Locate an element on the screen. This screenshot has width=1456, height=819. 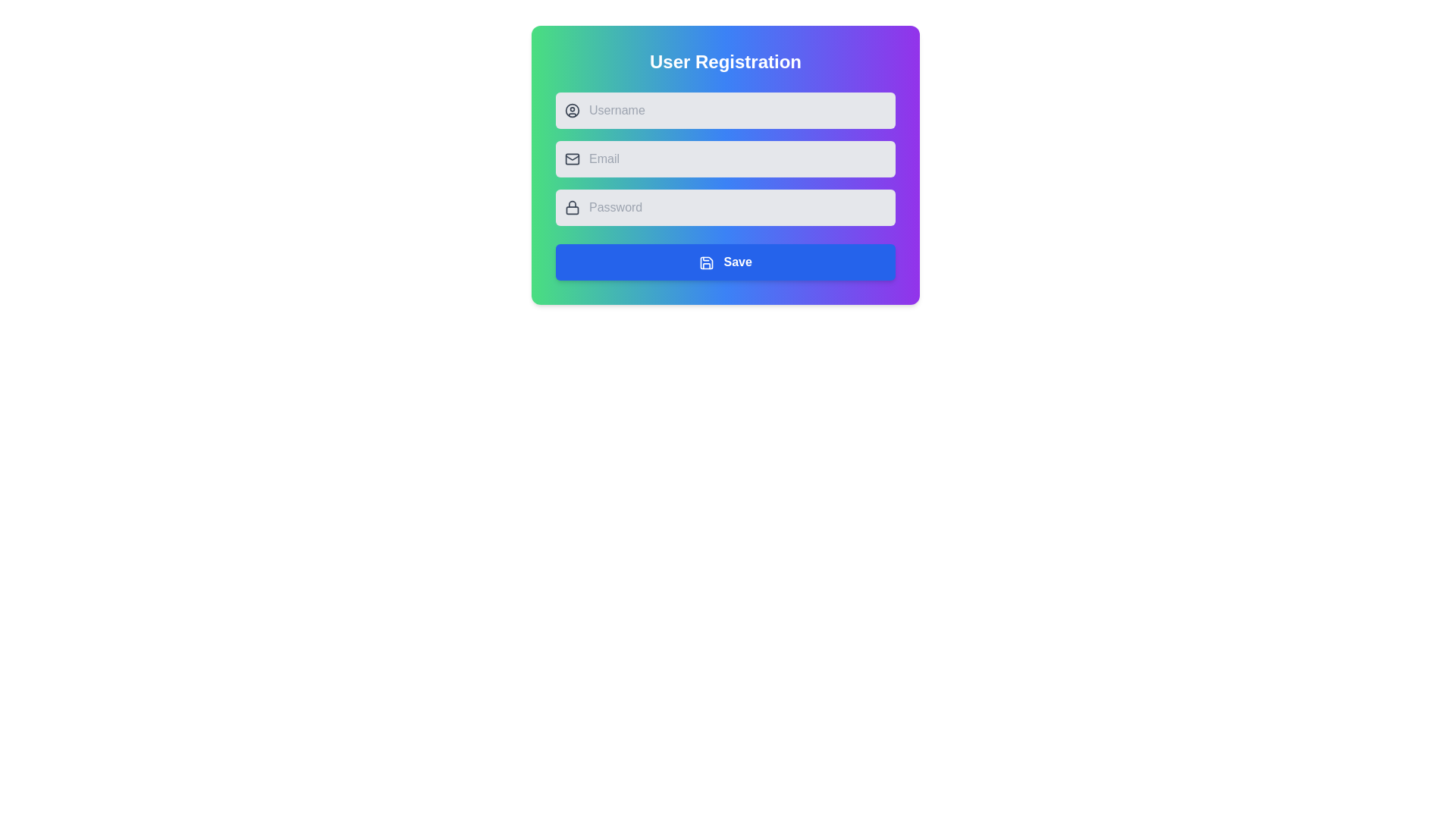
the email envelope icon located inside the email input field adjacent to the 'Email' label is located at coordinates (571, 158).